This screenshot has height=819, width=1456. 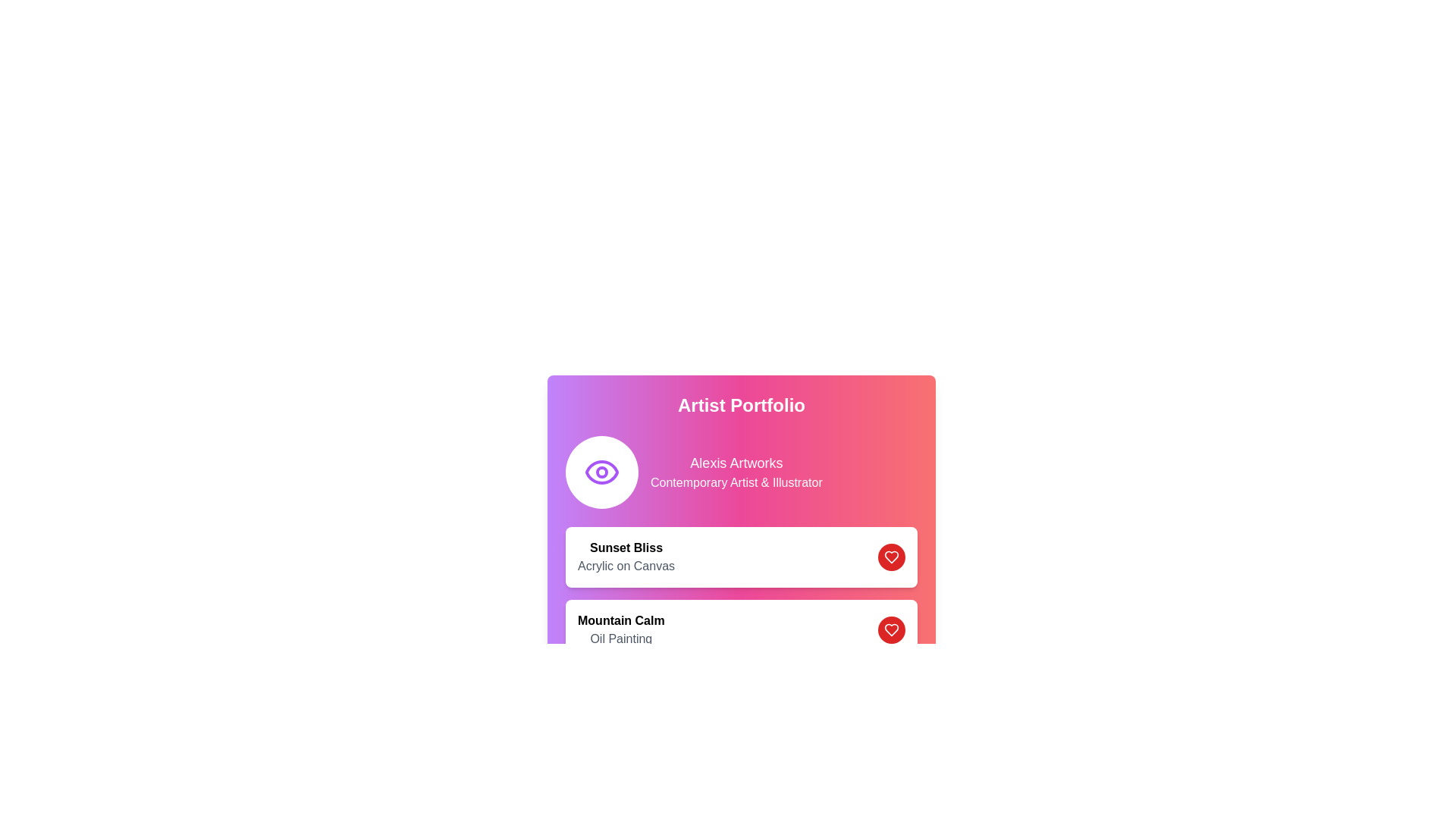 I want to click on the circular Vector Graphic element within the eye icon in the SVG, located next to the title 'Artist Portfolio', so click(x=601, y=472).